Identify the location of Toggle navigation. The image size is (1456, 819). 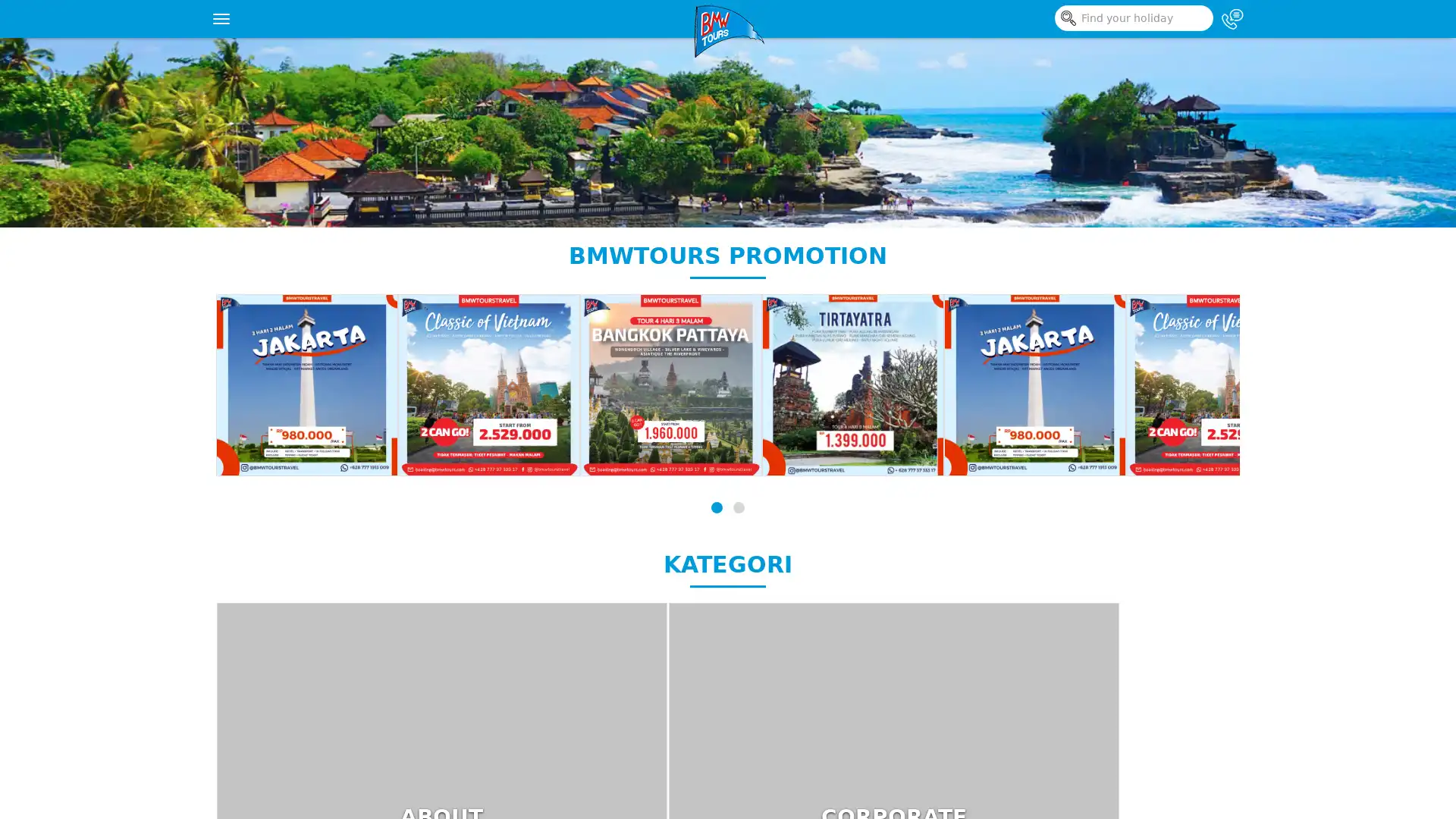
(221, 18).